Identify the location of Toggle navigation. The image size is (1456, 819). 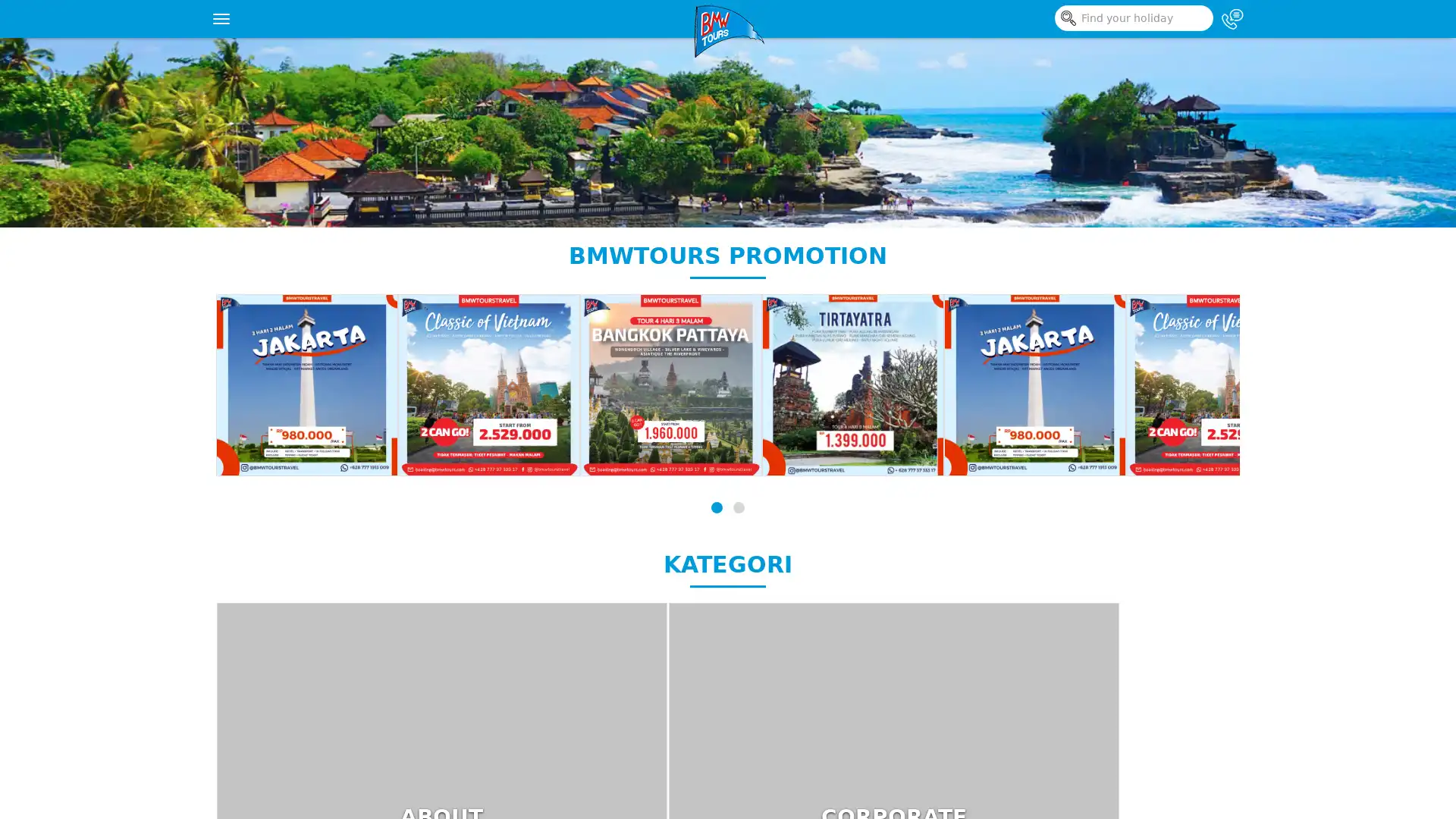
(221, 18).